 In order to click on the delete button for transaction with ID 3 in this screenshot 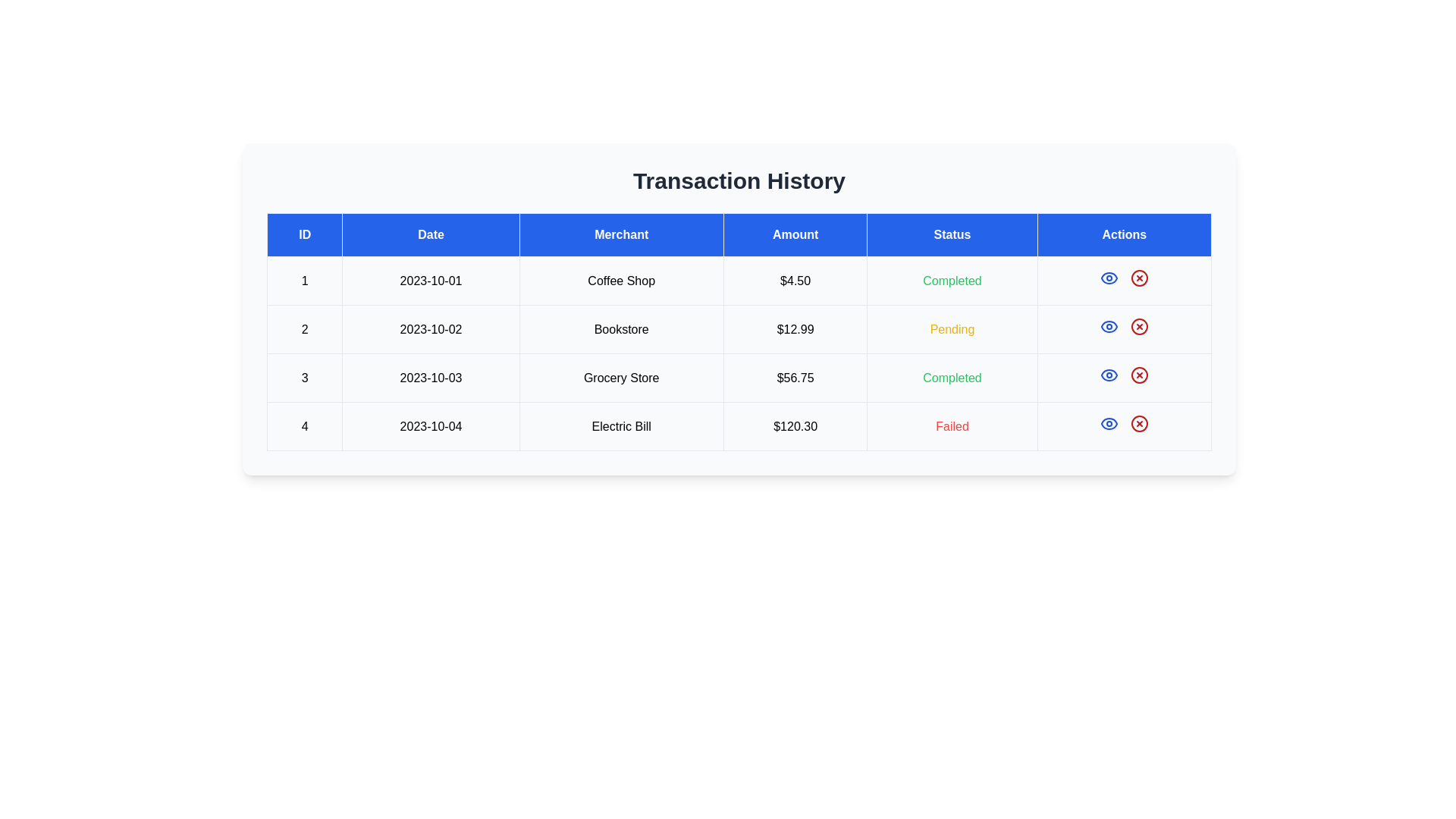, I will do `click(1139, 375)`.